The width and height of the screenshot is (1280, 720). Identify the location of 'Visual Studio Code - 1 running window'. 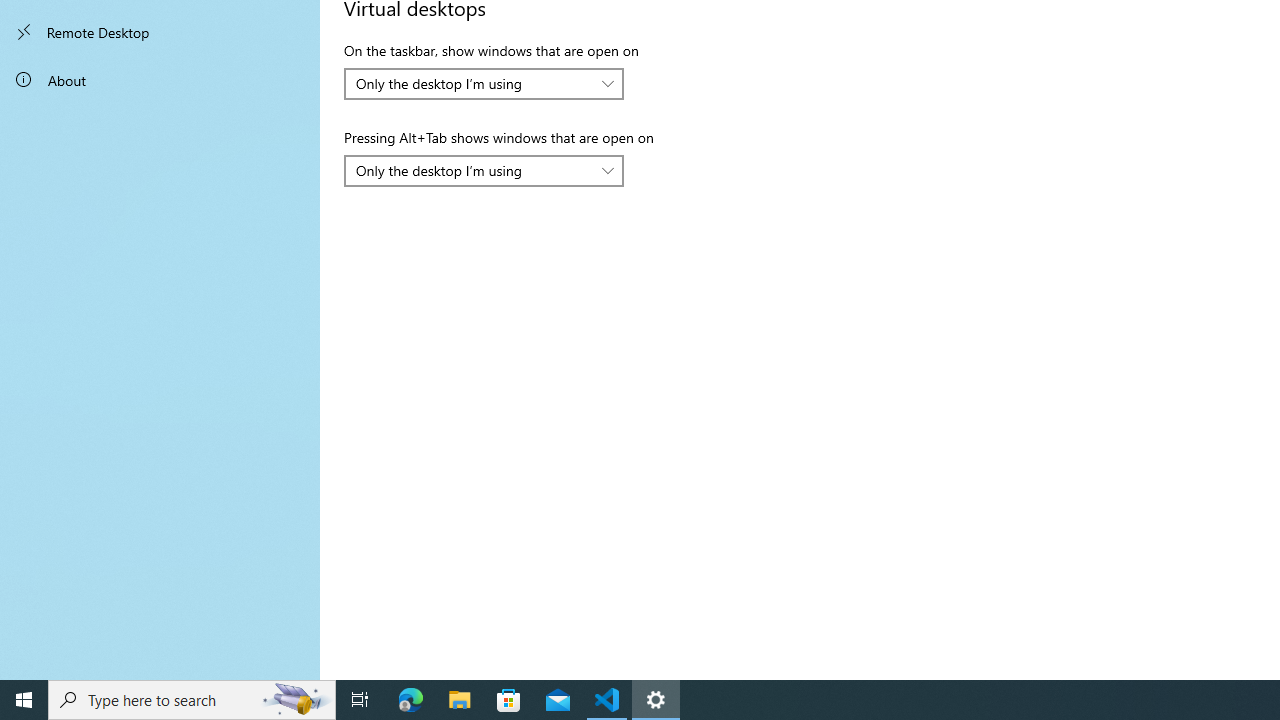
(606, 698).